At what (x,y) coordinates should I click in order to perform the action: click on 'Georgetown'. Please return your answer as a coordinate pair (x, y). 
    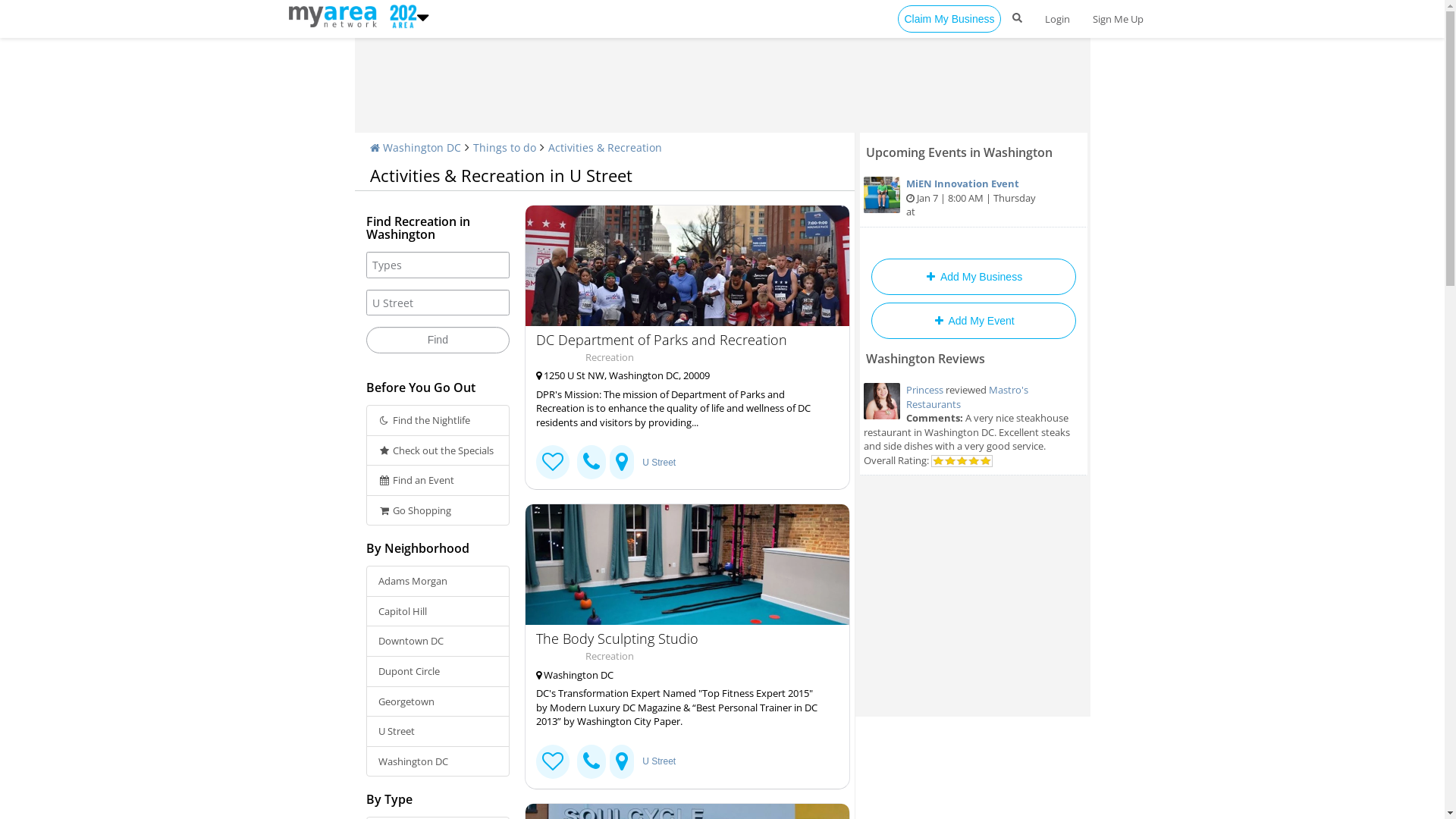
    Looking at the image, I should click on (436, 701).